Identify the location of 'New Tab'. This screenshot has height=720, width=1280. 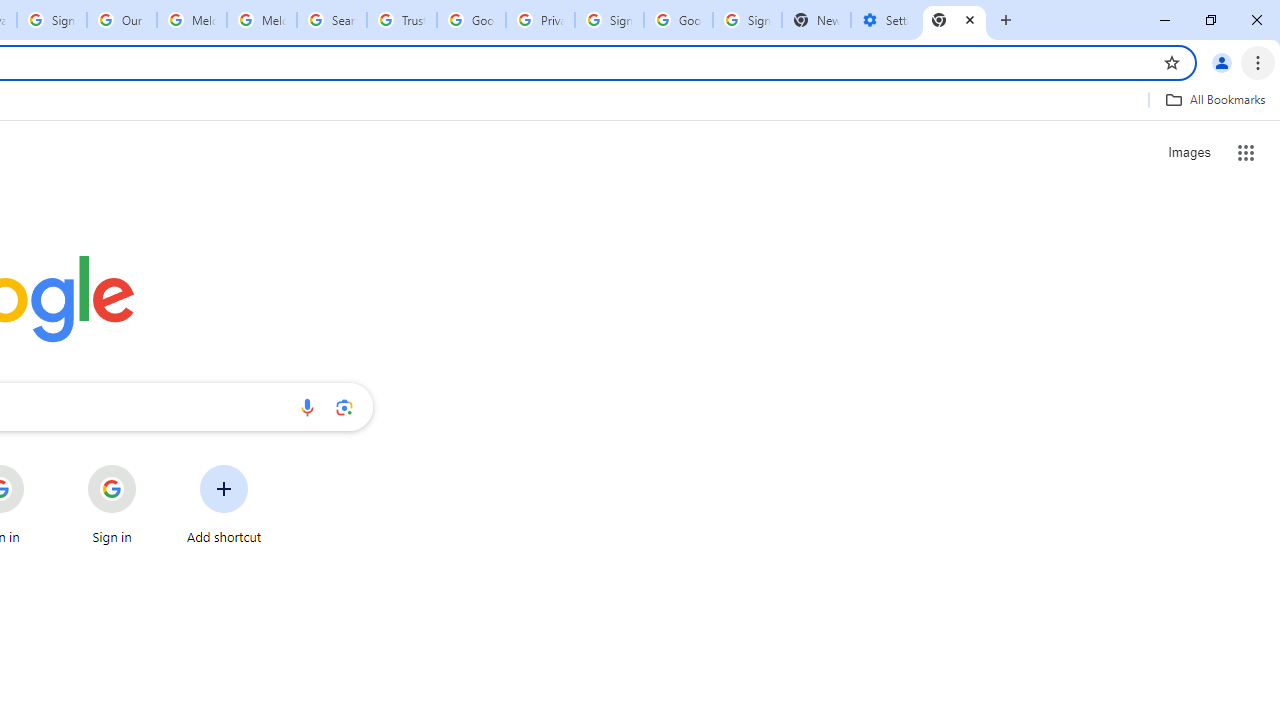
(953, 20).